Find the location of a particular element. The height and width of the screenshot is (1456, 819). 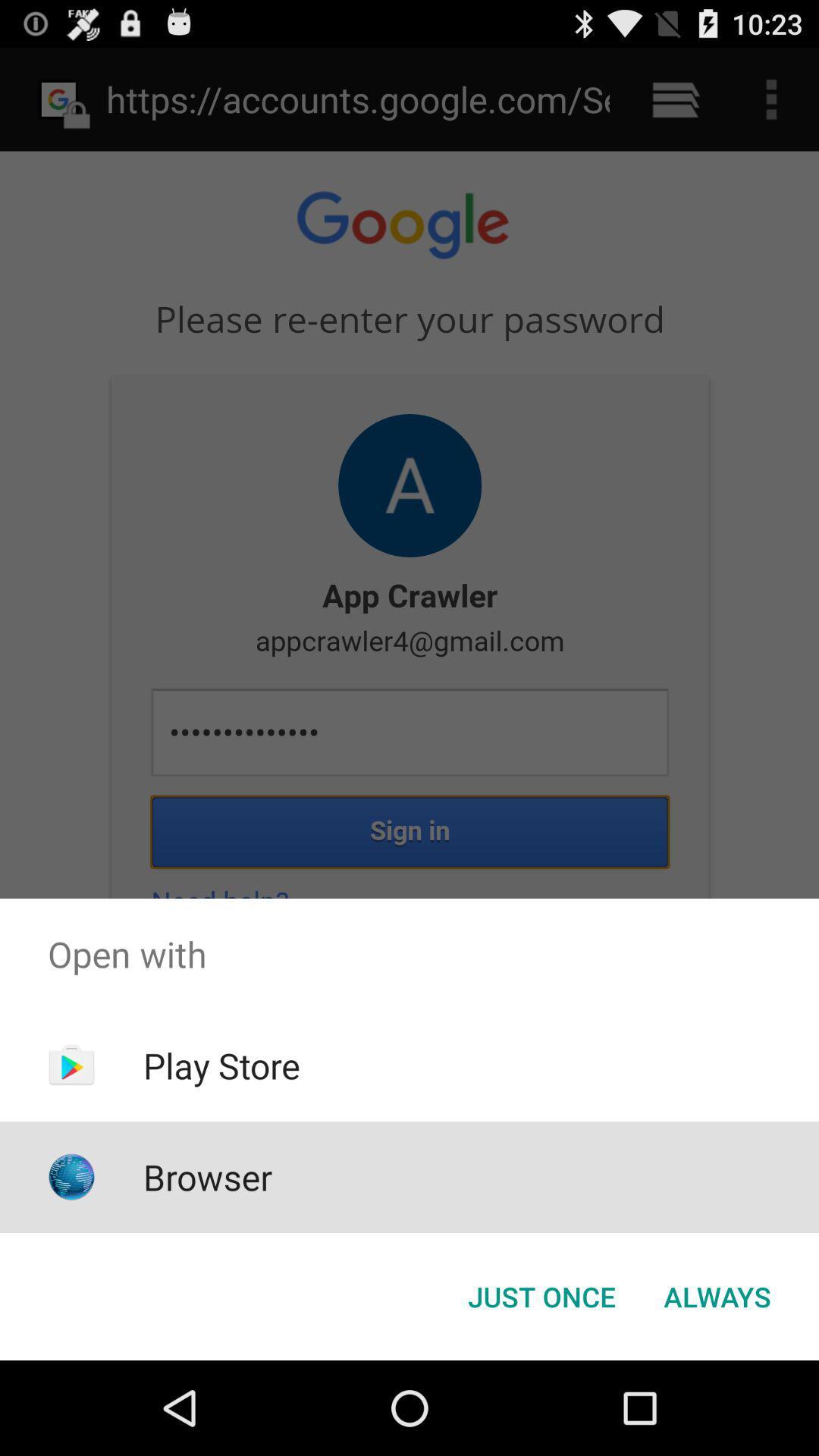

always at the bottom right corner is located at coordinates (717, 1295).